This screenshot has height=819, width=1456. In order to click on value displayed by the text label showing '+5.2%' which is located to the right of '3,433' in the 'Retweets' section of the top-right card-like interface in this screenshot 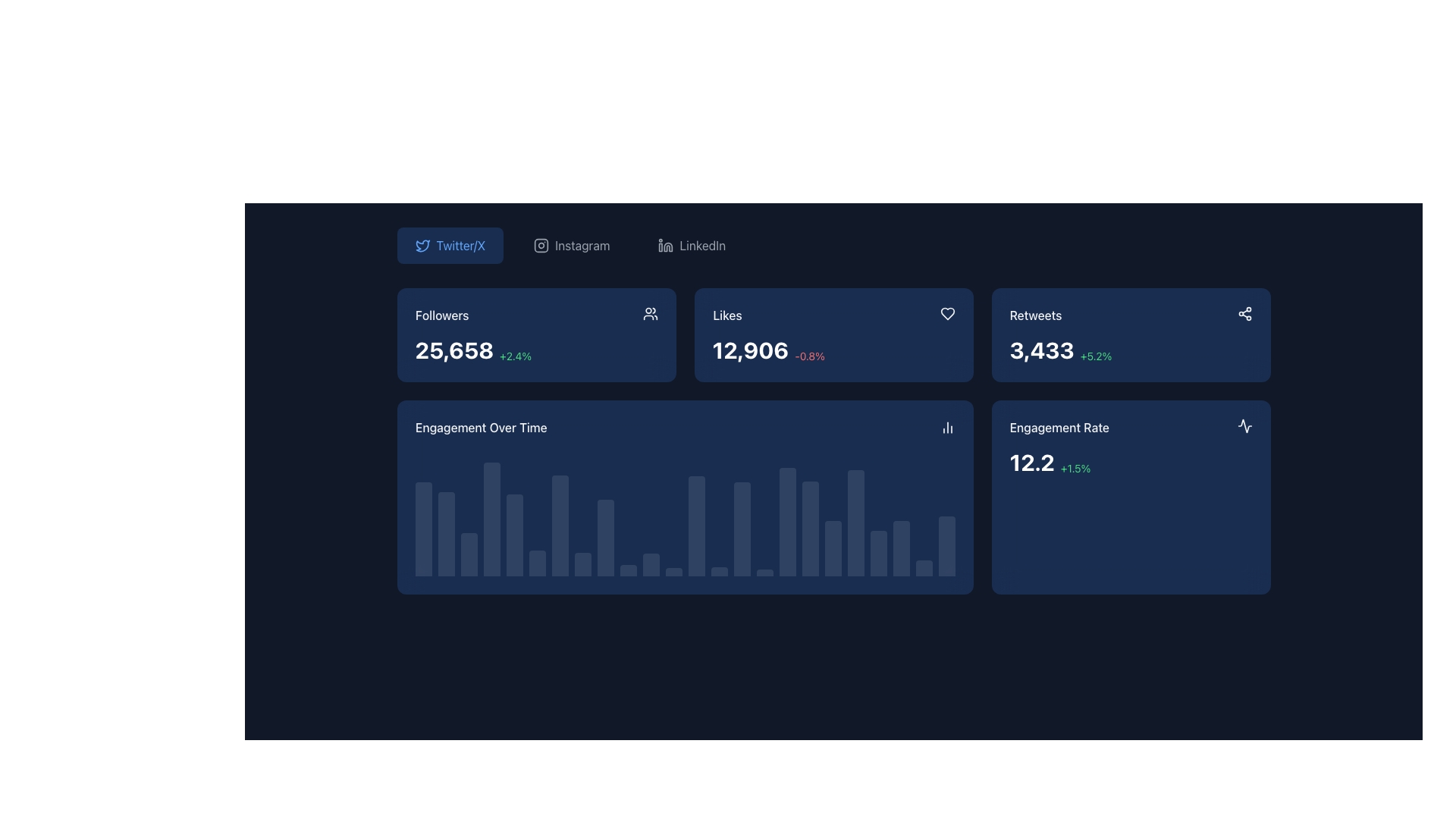, I will do `click(1096, 356)`.